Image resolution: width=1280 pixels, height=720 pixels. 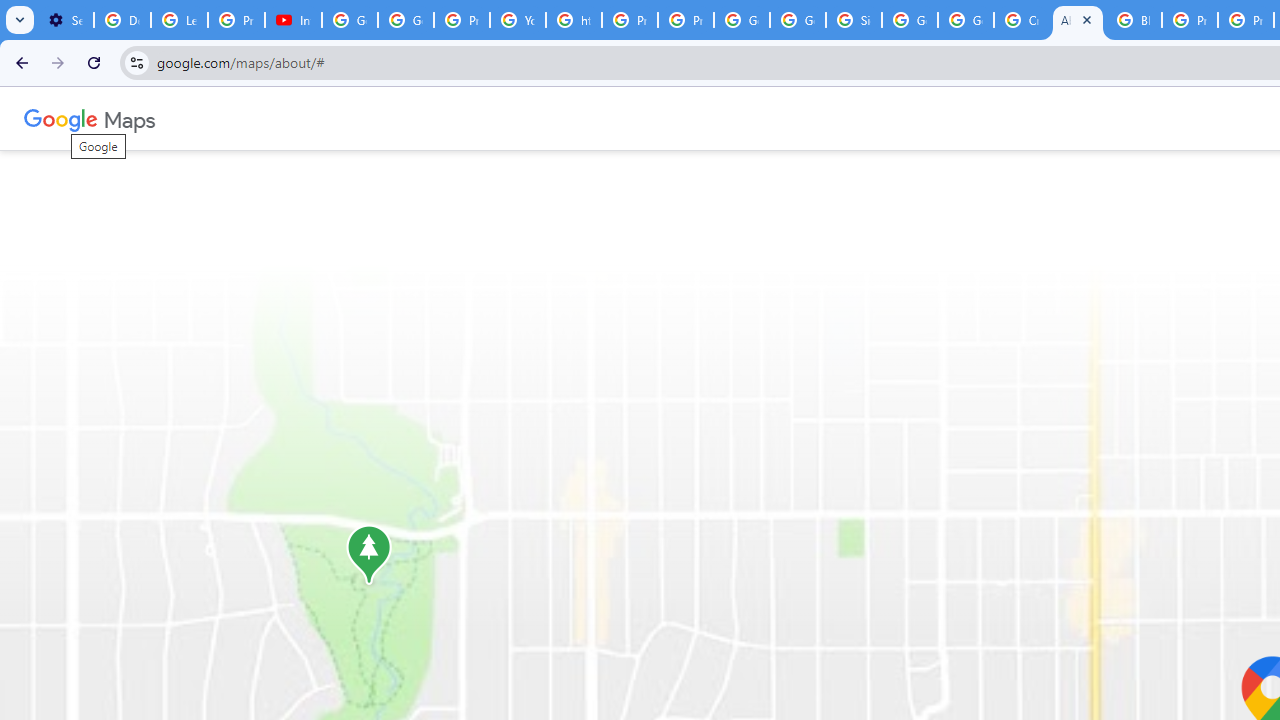 What do you see at coordinates (350, 20) in the screenshot?
I see `'Google Account Help'` at bounding box center [350, 20].